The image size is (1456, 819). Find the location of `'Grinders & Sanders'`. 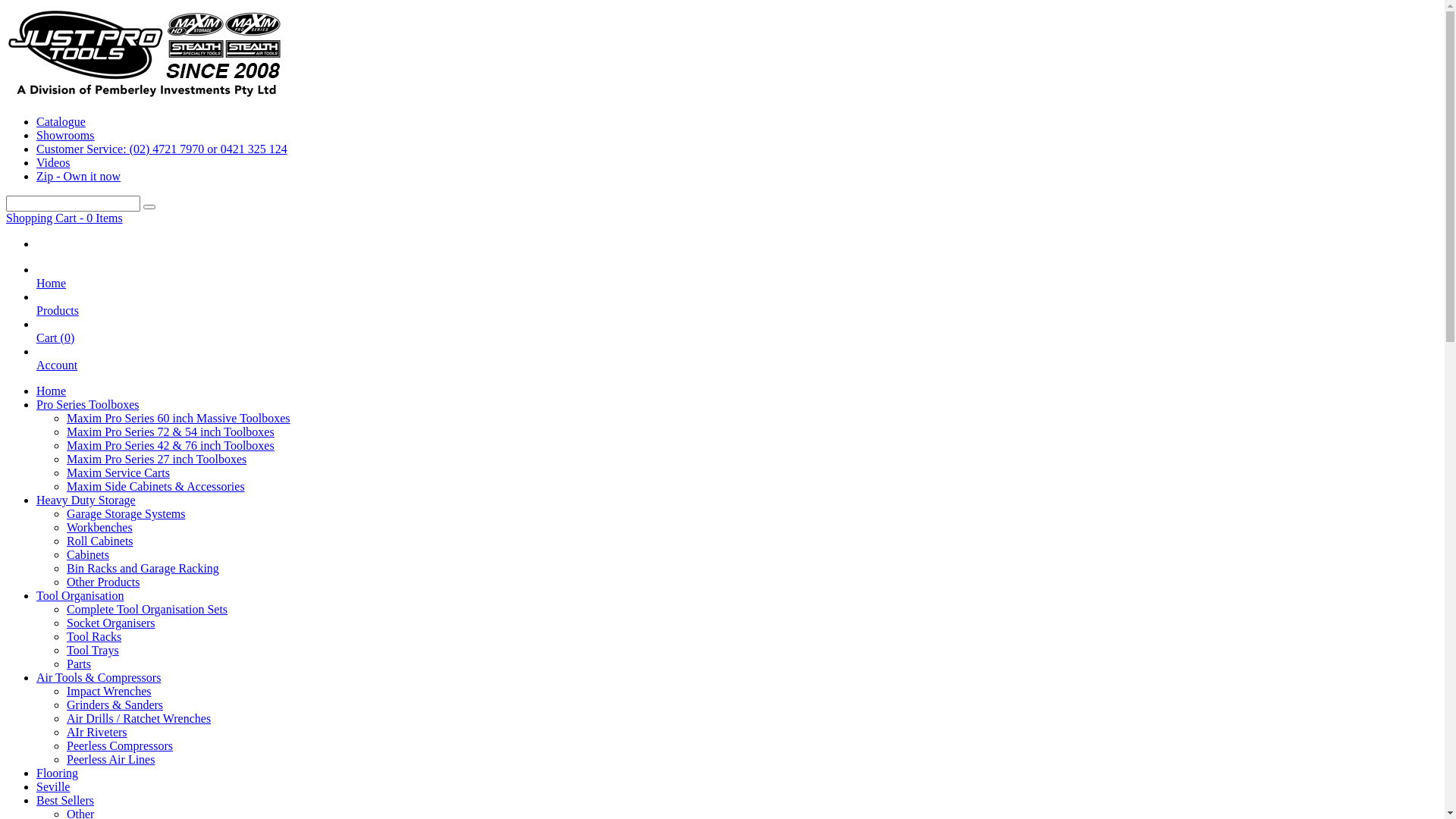

'Grinders & Sanders' is located at coordinates (114, 704).